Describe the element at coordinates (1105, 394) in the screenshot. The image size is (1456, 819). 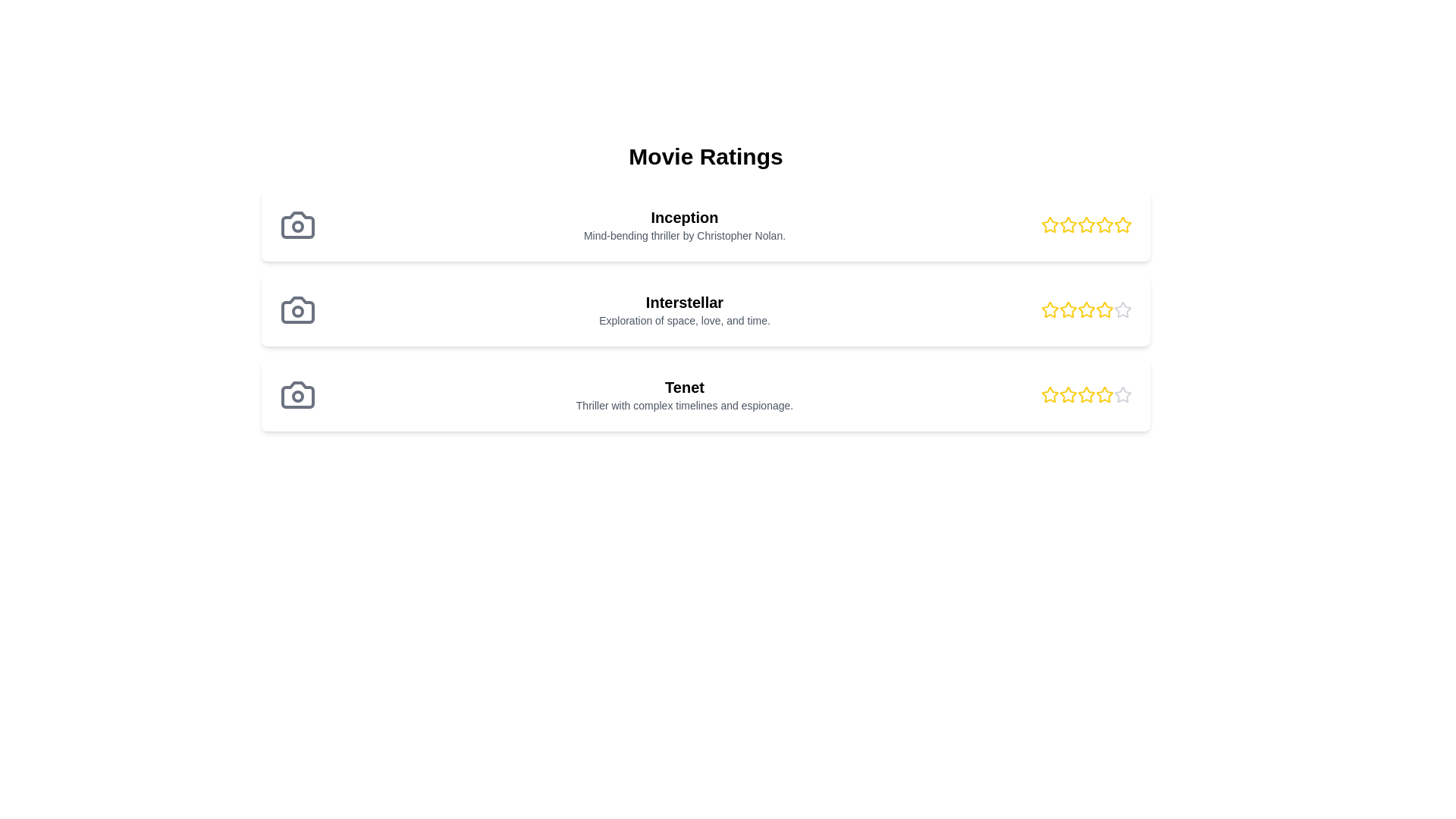
I see `the fifth star in the rating section of the 'Tenet' movie entry` at that location.